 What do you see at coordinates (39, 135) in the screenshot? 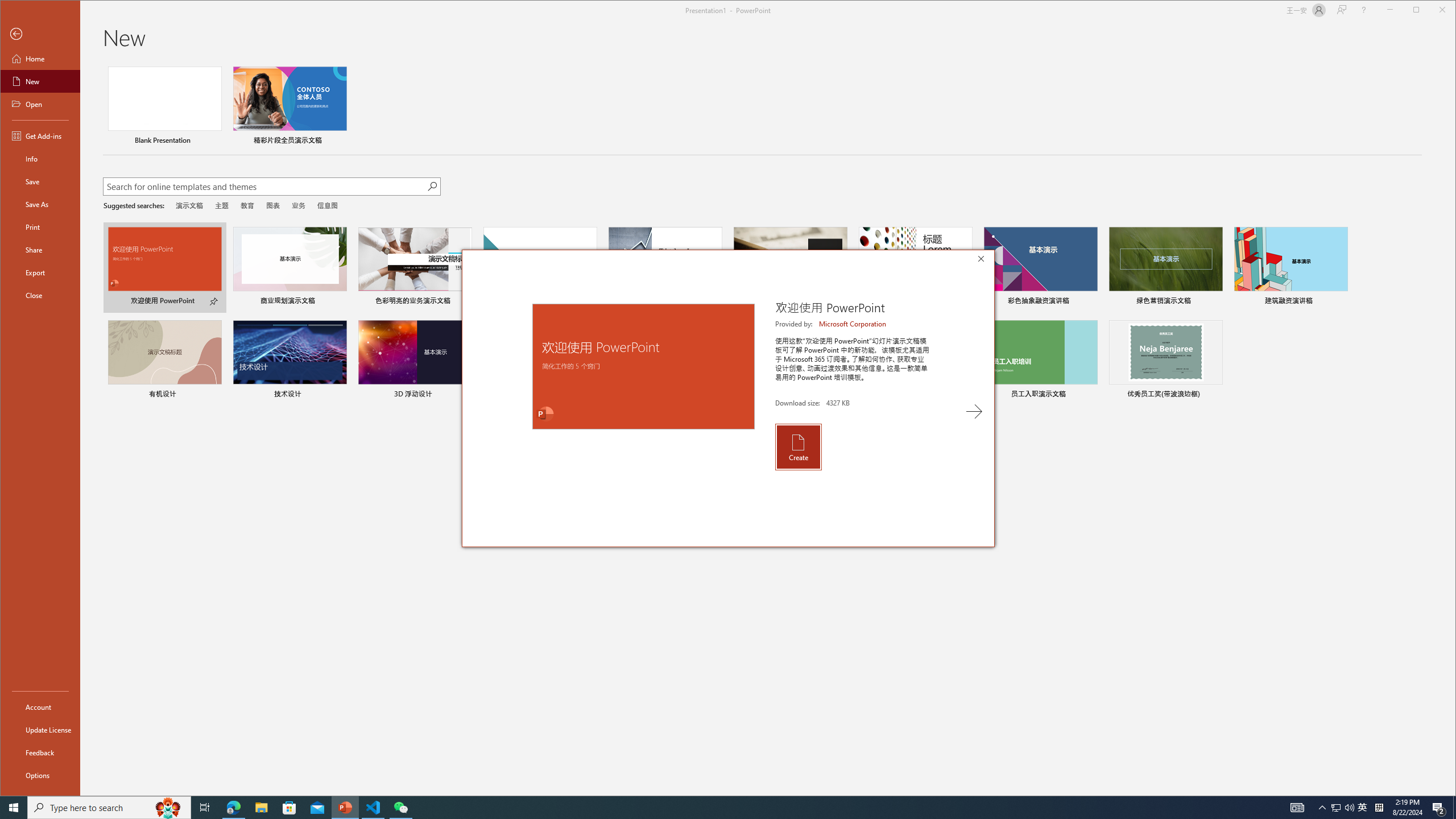
I see `'Get Add-ins'` at bounding box center [39, 135].